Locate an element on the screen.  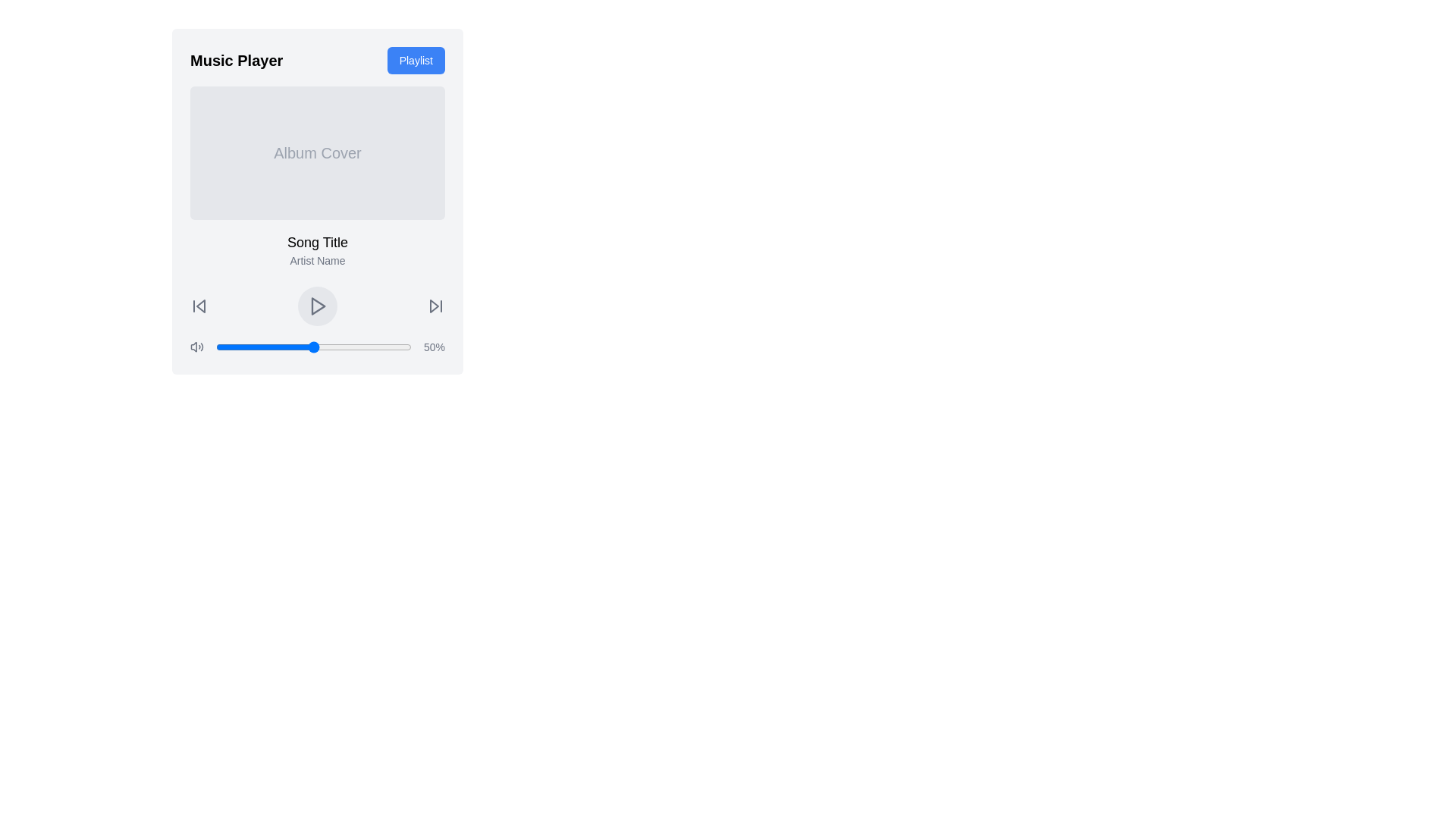
the volume is located at coordinates (375, 347).